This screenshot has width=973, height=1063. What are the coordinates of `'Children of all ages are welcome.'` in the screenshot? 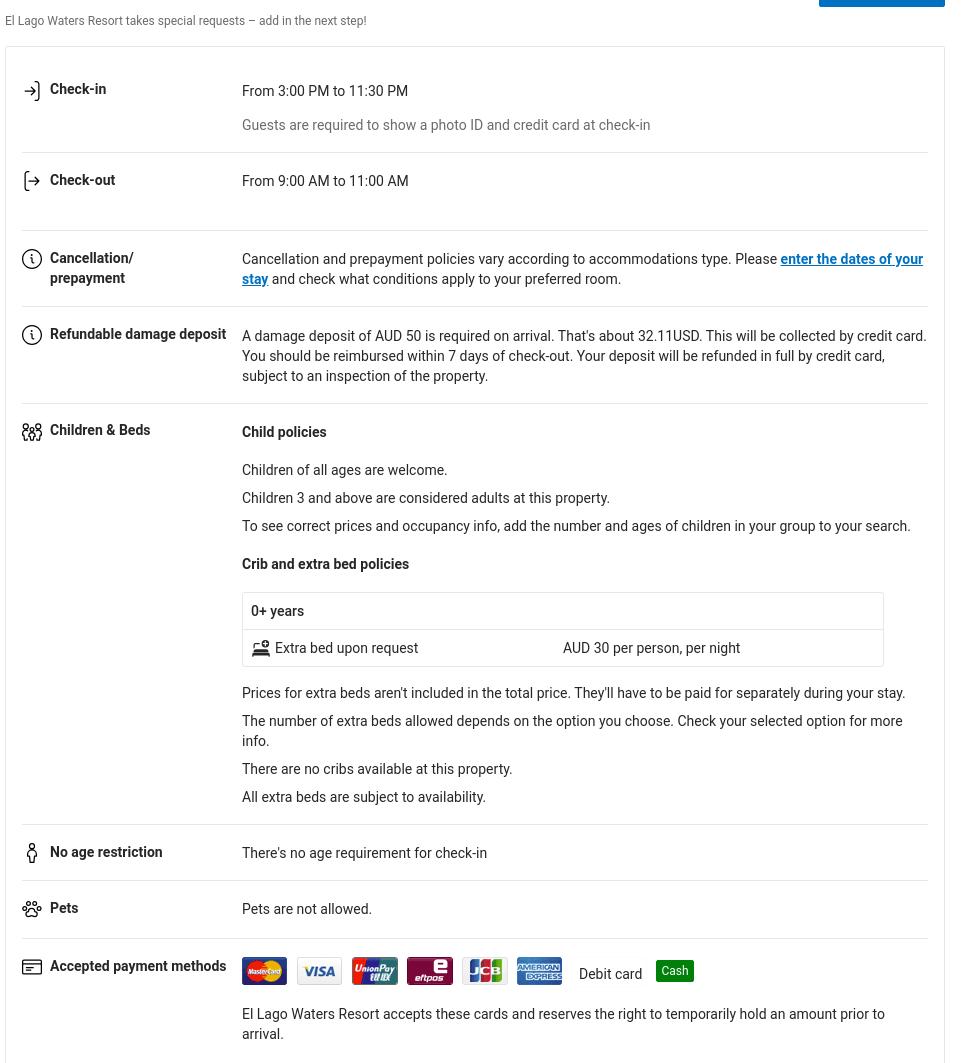 It's located at (344, 468).